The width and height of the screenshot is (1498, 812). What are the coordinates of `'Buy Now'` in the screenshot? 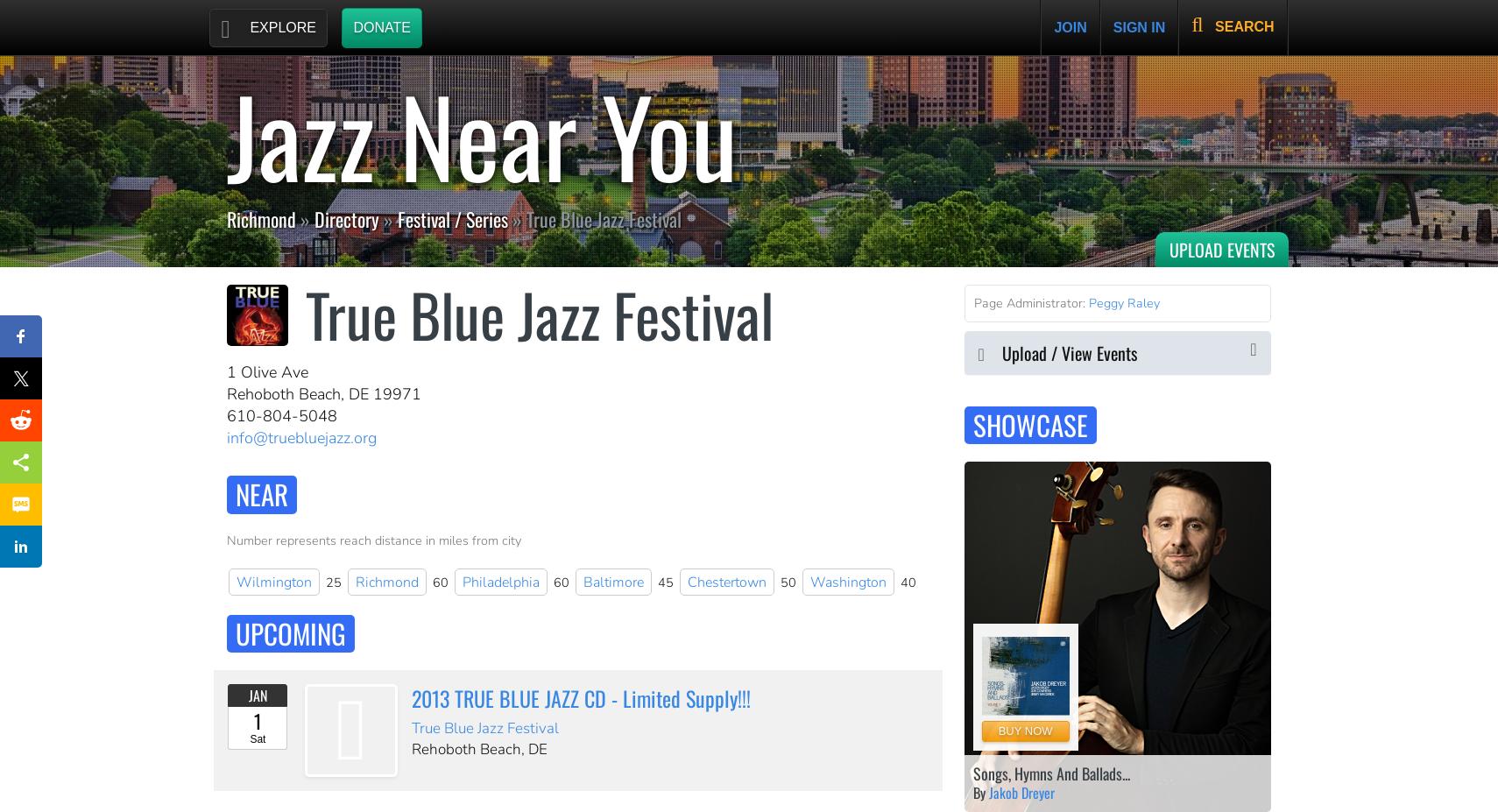 It's located at (1023, 731).